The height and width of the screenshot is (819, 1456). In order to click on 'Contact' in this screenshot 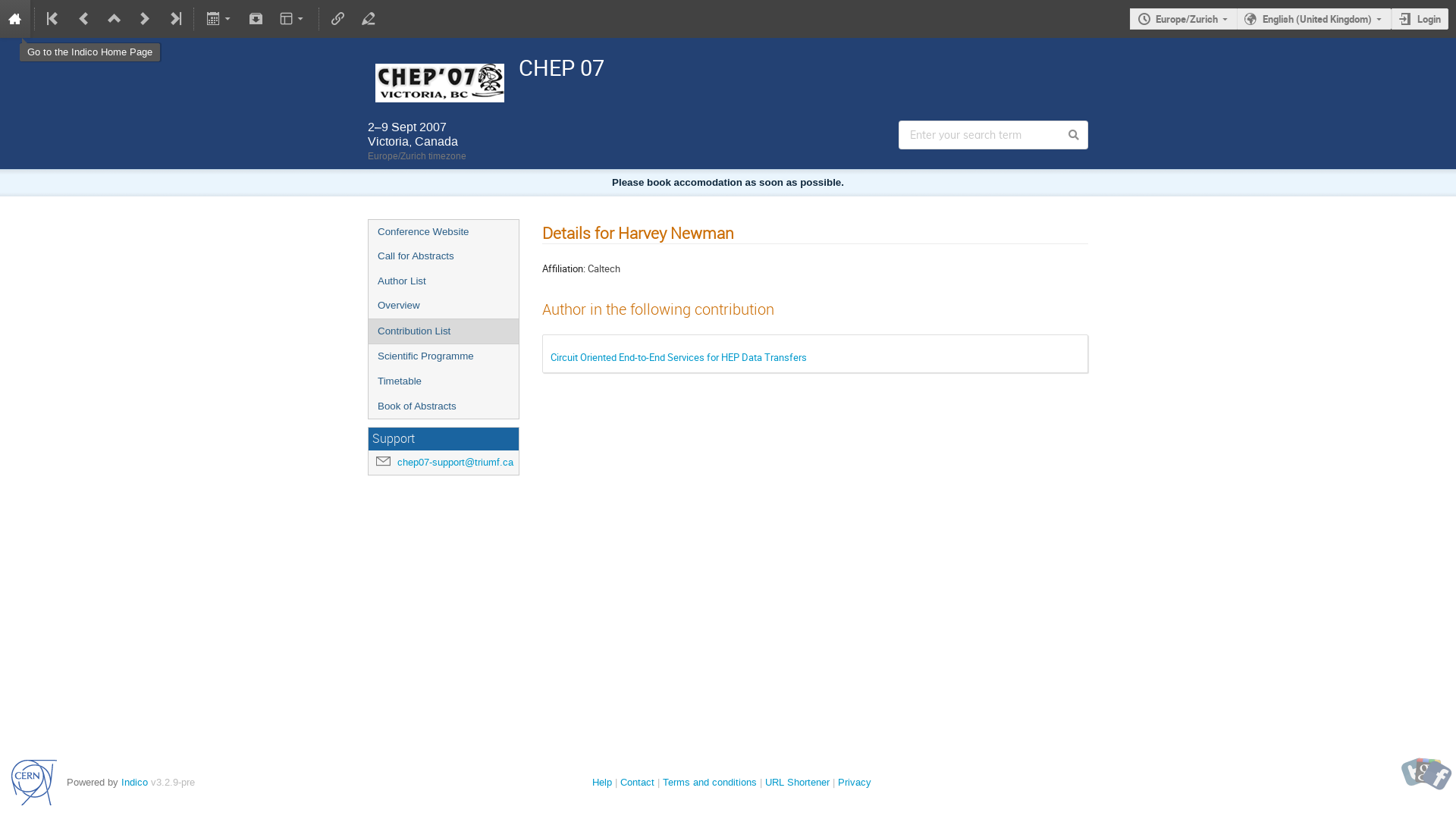, I will do `click(620, 782)`.